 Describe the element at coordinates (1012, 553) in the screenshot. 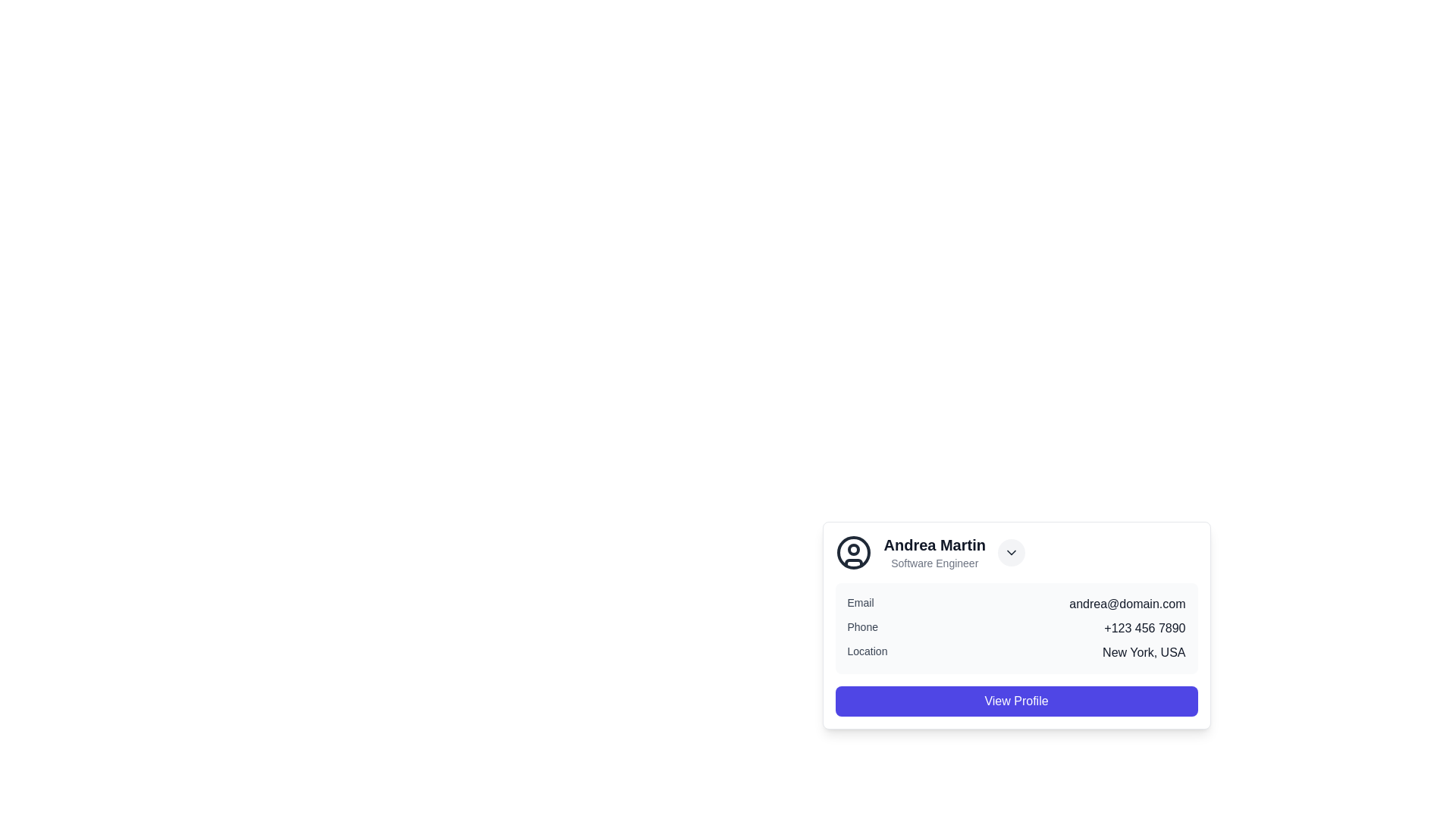

I see `the circular button with a light gray background and a downward-facing chevron icon, located to the right of 'Andrea Martin' and 'Software Engineer'` at that location.